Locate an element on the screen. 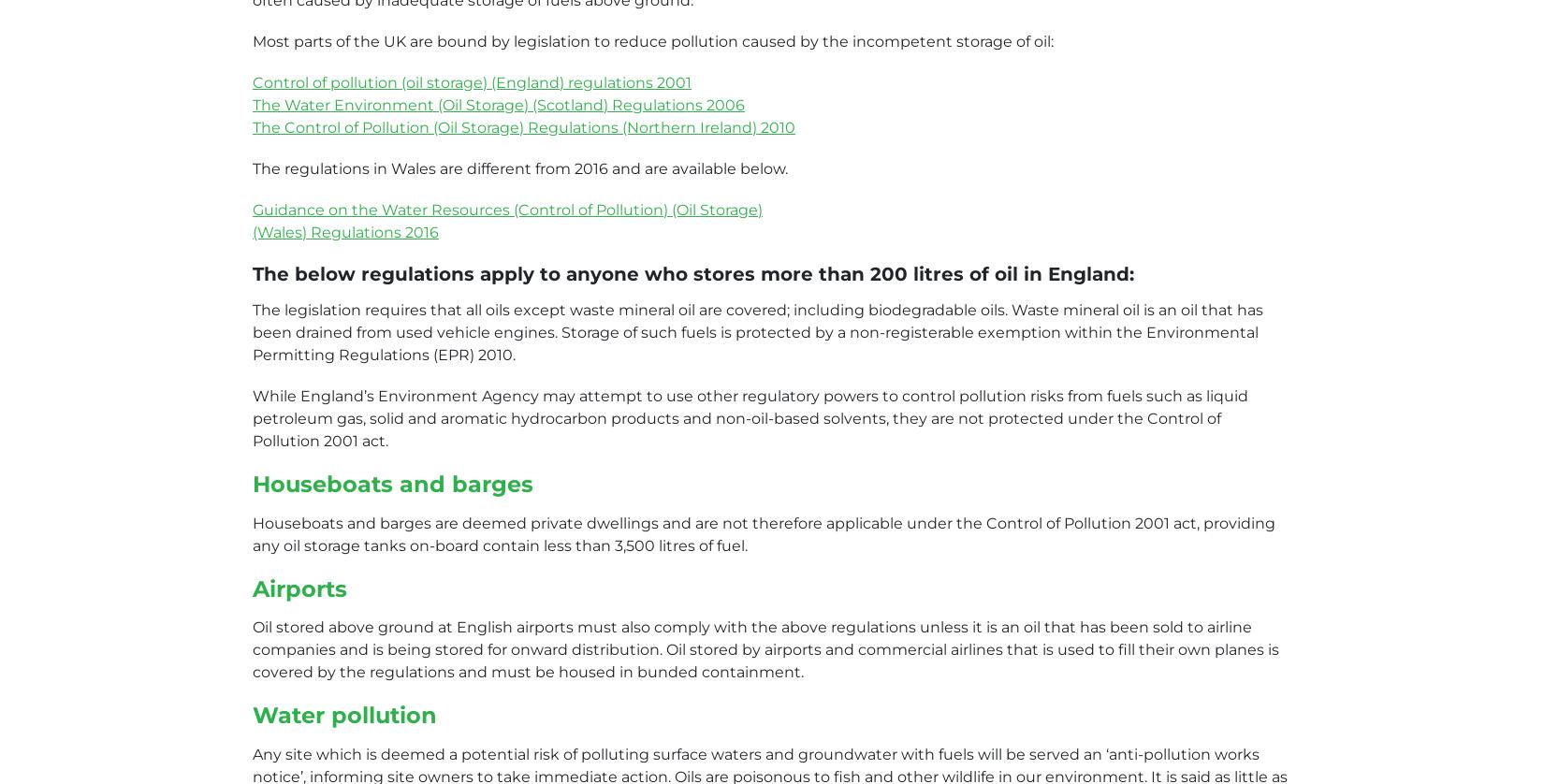 The image size is (1544, 784). 'VAT Number: 855003252' is located at coordinates (342, 384).